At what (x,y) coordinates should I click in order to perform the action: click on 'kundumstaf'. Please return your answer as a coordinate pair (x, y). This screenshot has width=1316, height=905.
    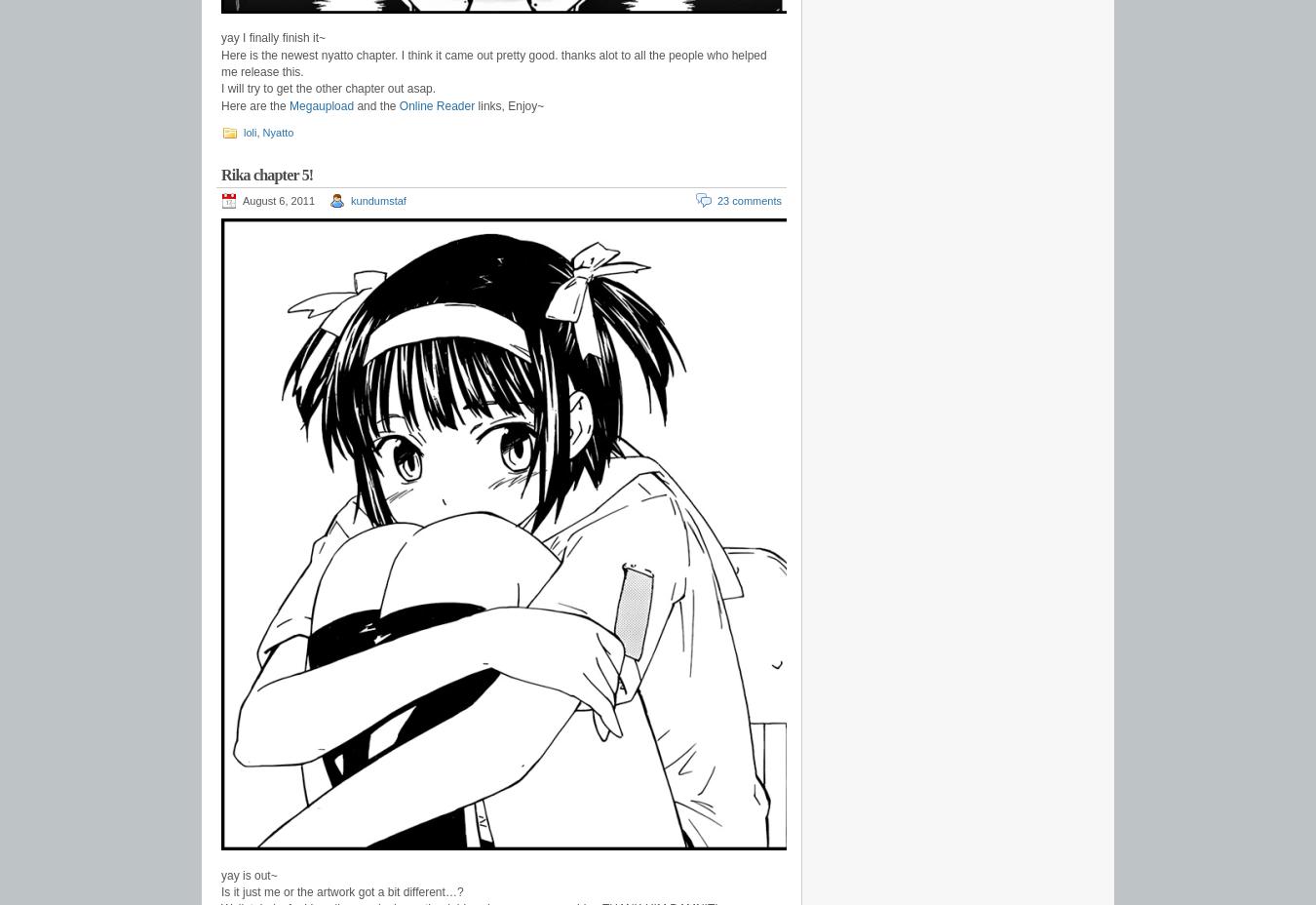
    Looking at the image, I should click on (377, 201).